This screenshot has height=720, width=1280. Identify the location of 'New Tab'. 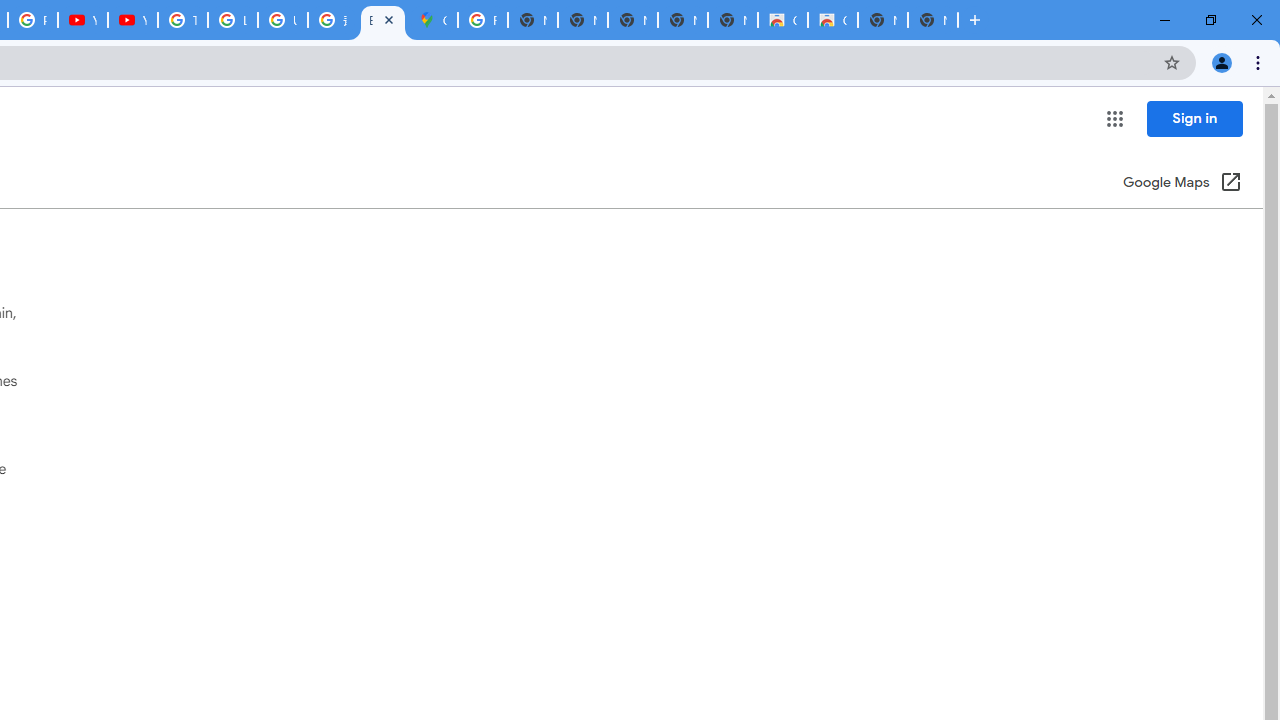
(931, 20).